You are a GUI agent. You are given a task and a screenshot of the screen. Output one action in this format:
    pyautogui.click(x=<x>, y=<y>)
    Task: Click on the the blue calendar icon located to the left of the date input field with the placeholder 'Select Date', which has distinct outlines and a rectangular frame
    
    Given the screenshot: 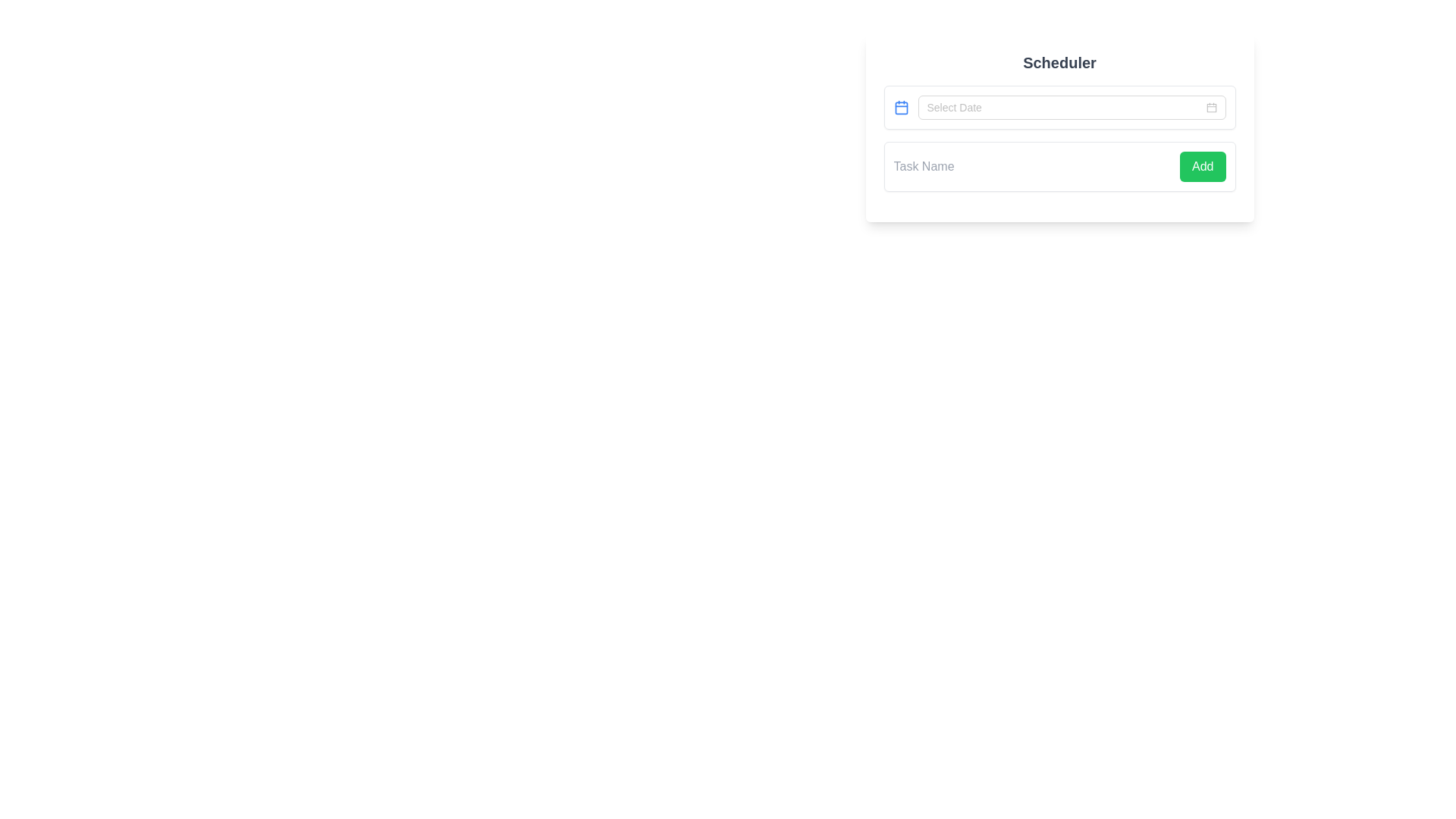 What is the action you would take?
    pyautogui.click(x=901, y=107)
    